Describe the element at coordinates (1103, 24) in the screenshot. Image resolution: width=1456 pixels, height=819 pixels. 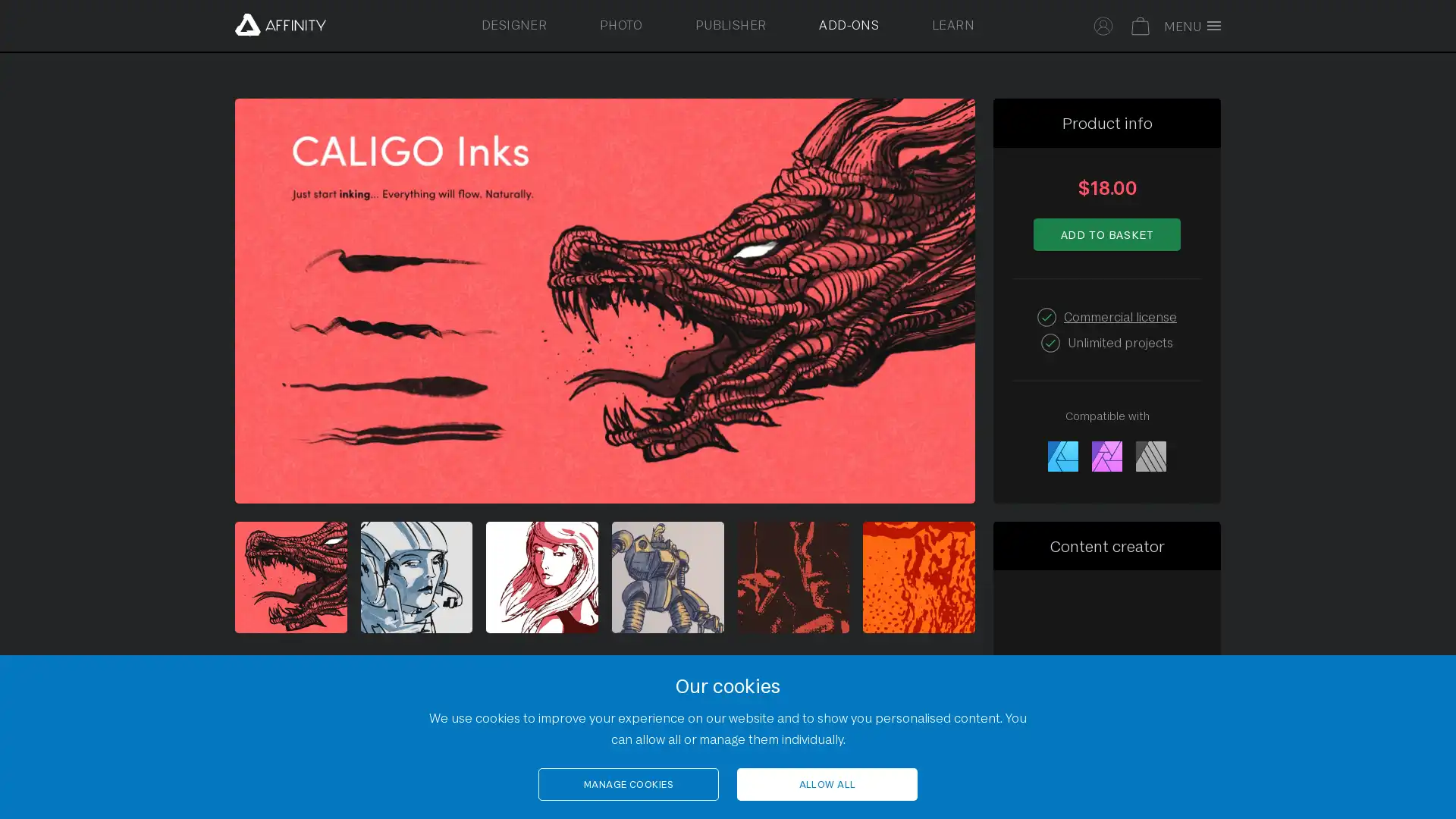
I see `Select to sign in to your Affinity account` at that location.